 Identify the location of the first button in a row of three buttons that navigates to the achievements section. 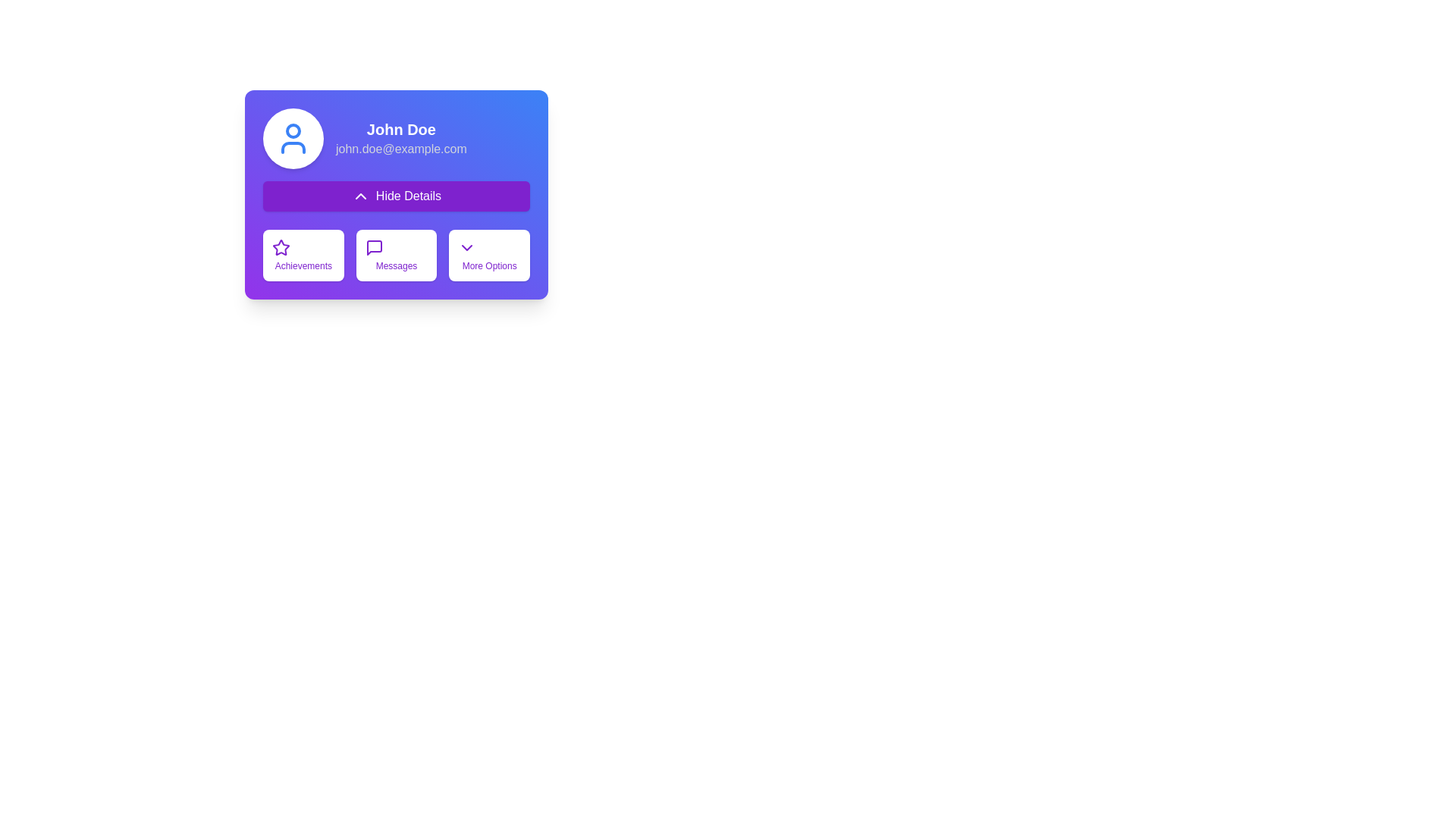
(303, 254).